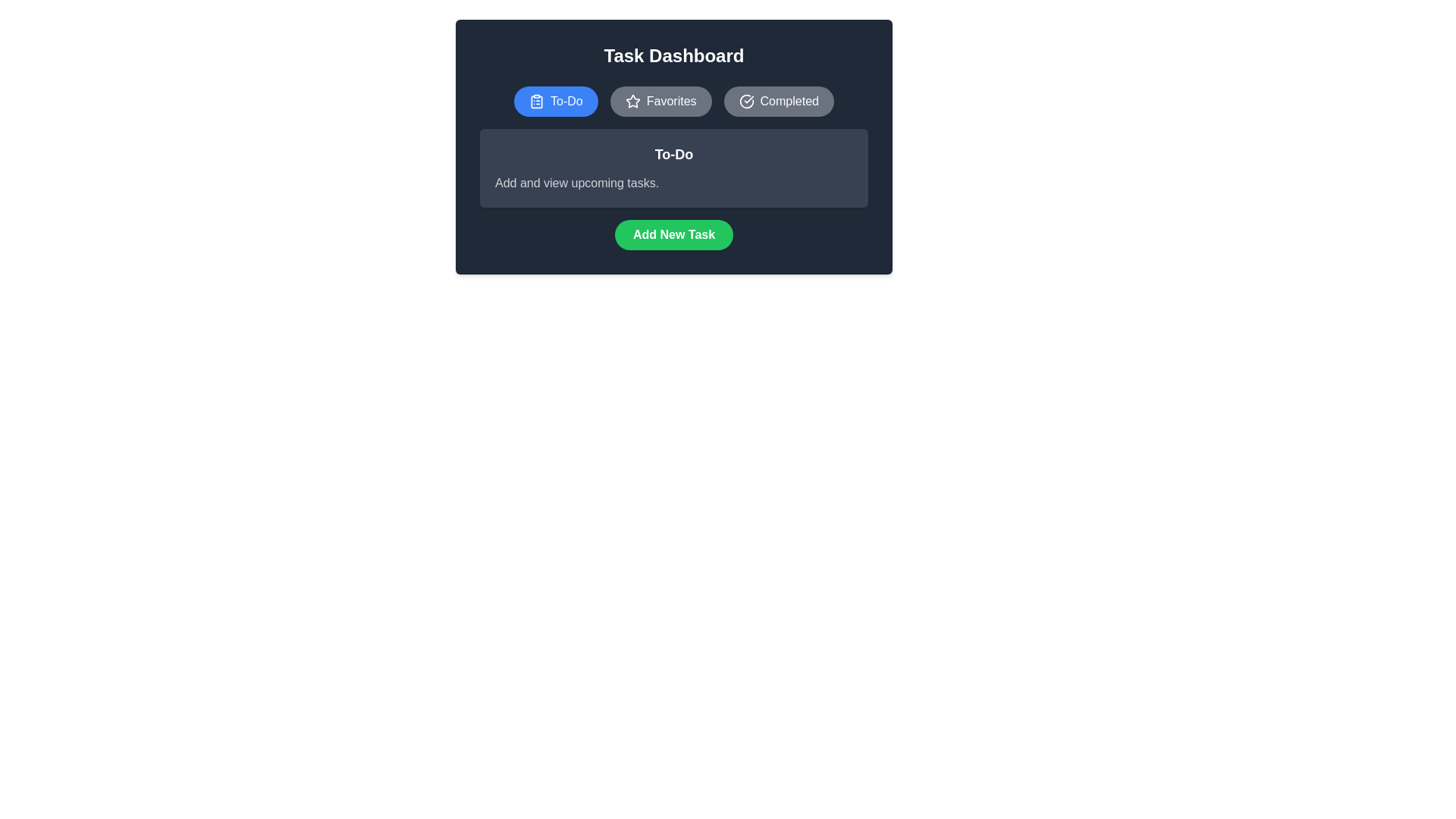 The image size is (1456, 819). What do you see at coordinates (555, 102) in the screenshot?
I see `the button labeled To-Do to observe its visual feedback` at bounding box center [555, 102].